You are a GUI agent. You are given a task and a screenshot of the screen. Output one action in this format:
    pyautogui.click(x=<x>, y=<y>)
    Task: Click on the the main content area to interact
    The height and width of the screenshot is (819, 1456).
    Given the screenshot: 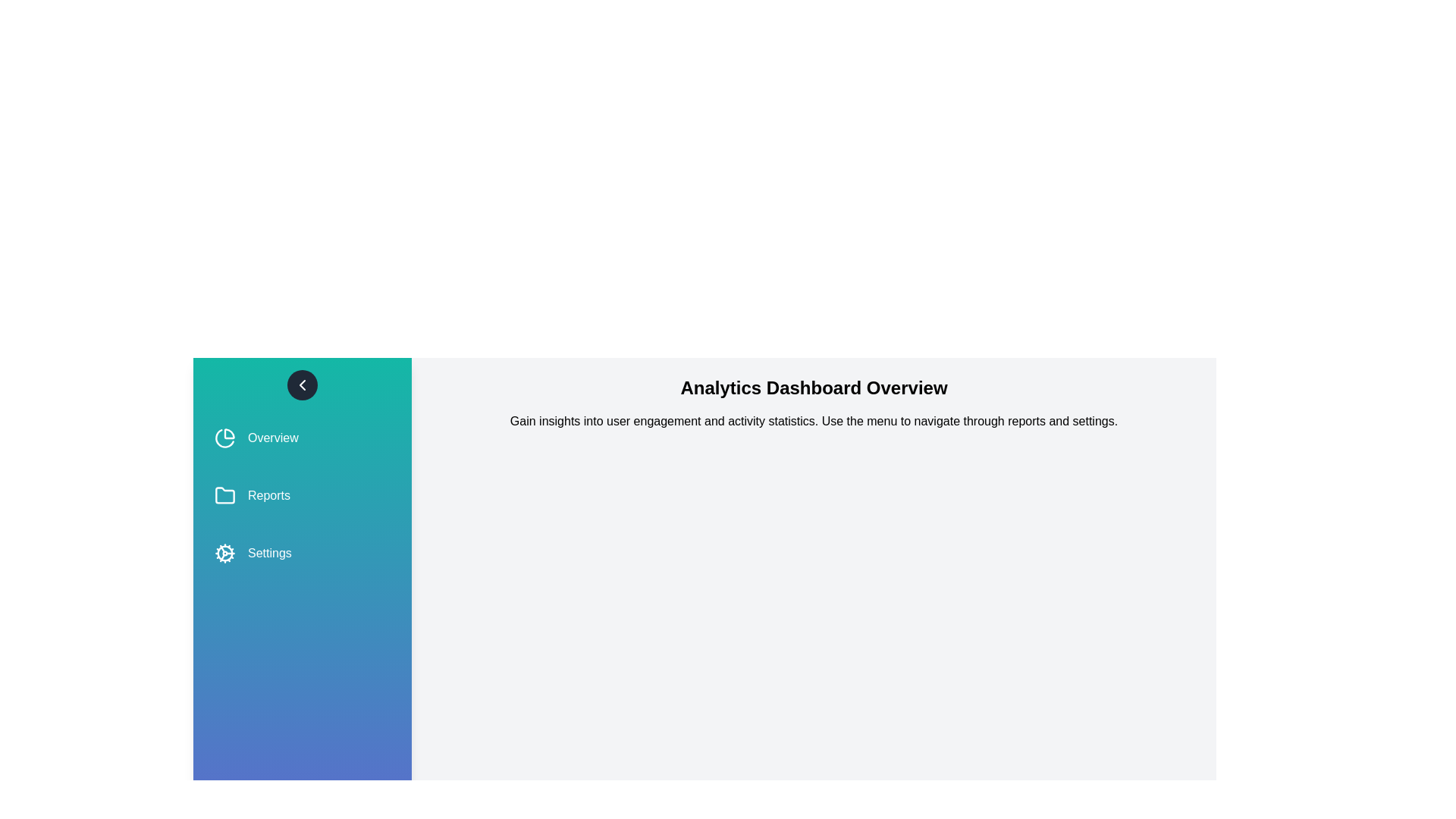 What is the action you would take?
    pyautogui.click(x=813, y=767)
    